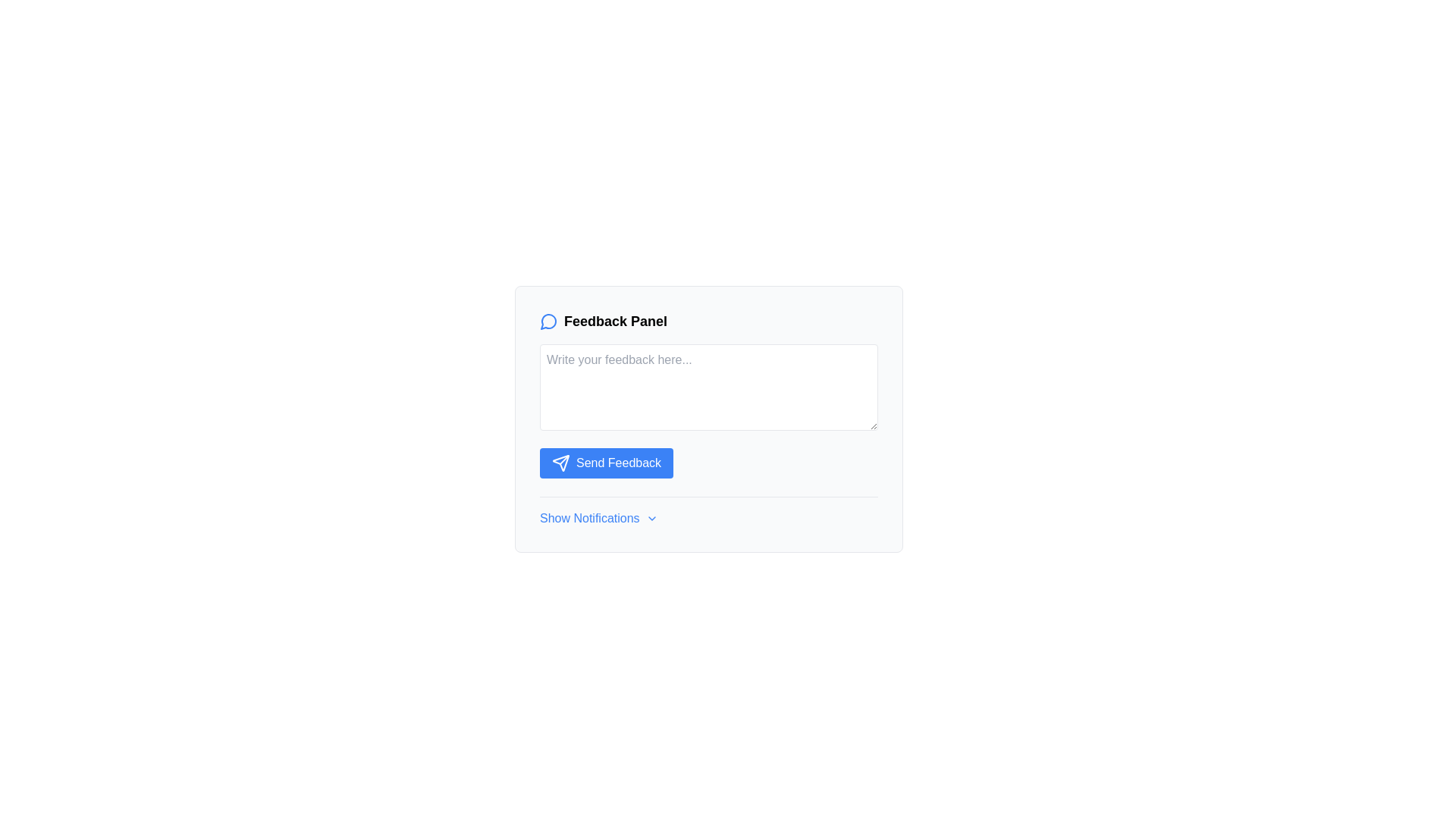 This screenshot has height=819, width=1456. I want to click on the chevron icon located to the right of the 'Show Notifications' text in the bottom region of the panel, so click(651, 517).